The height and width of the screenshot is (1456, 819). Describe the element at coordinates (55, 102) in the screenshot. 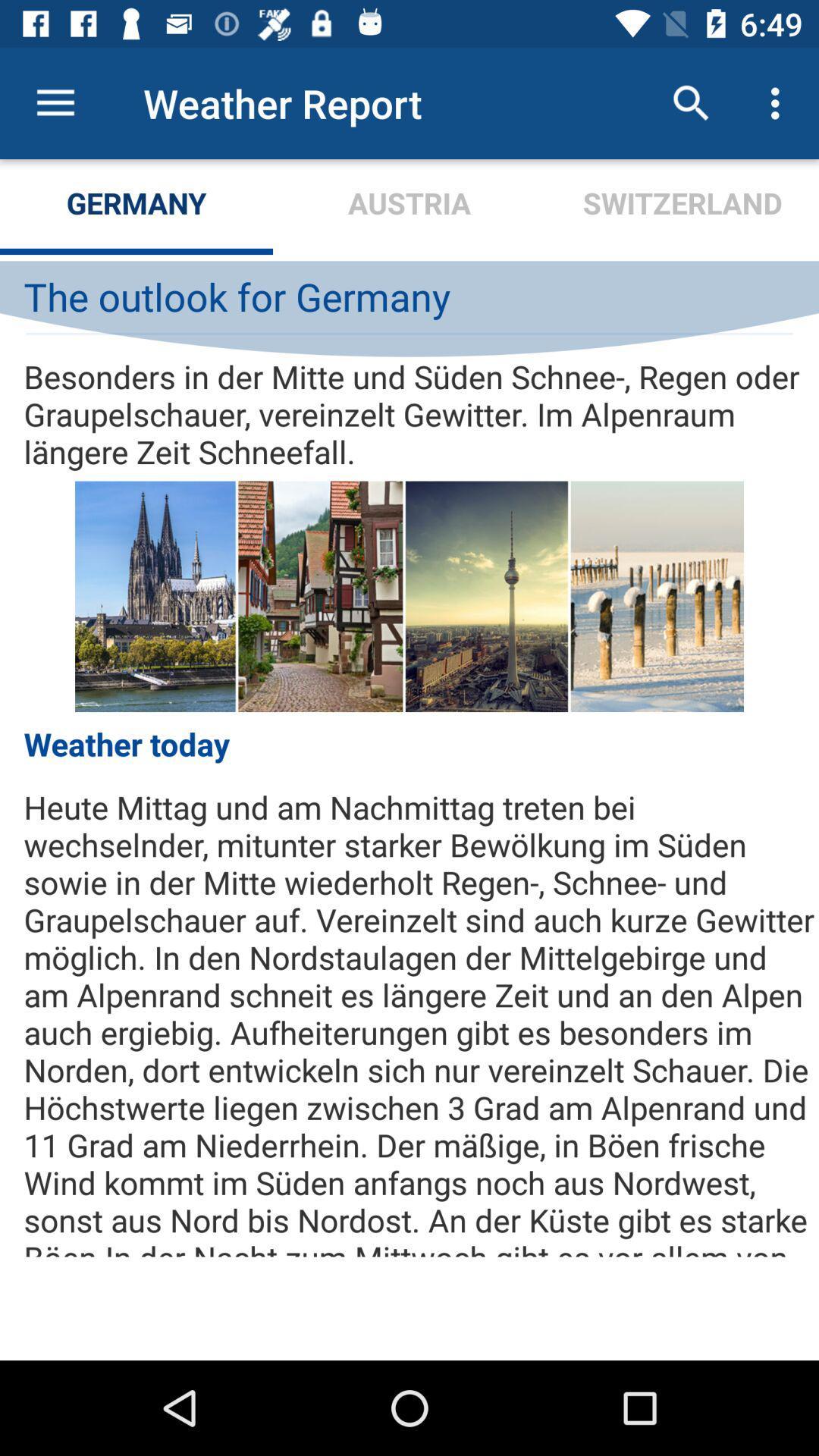

I see `icon next to weather report icon` at that location.